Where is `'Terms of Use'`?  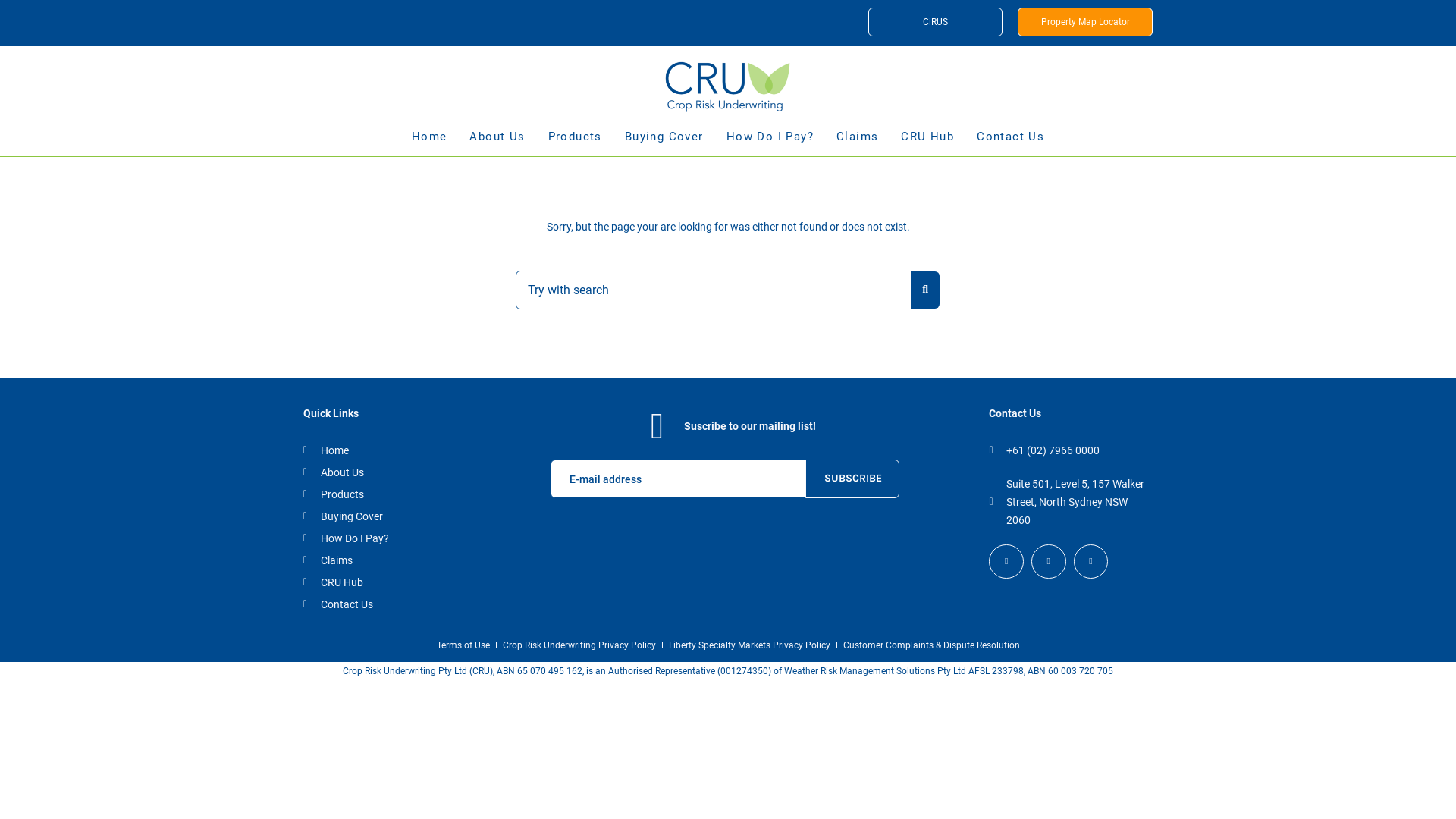 'Terms of Use' is located at coordinates (462, 645).